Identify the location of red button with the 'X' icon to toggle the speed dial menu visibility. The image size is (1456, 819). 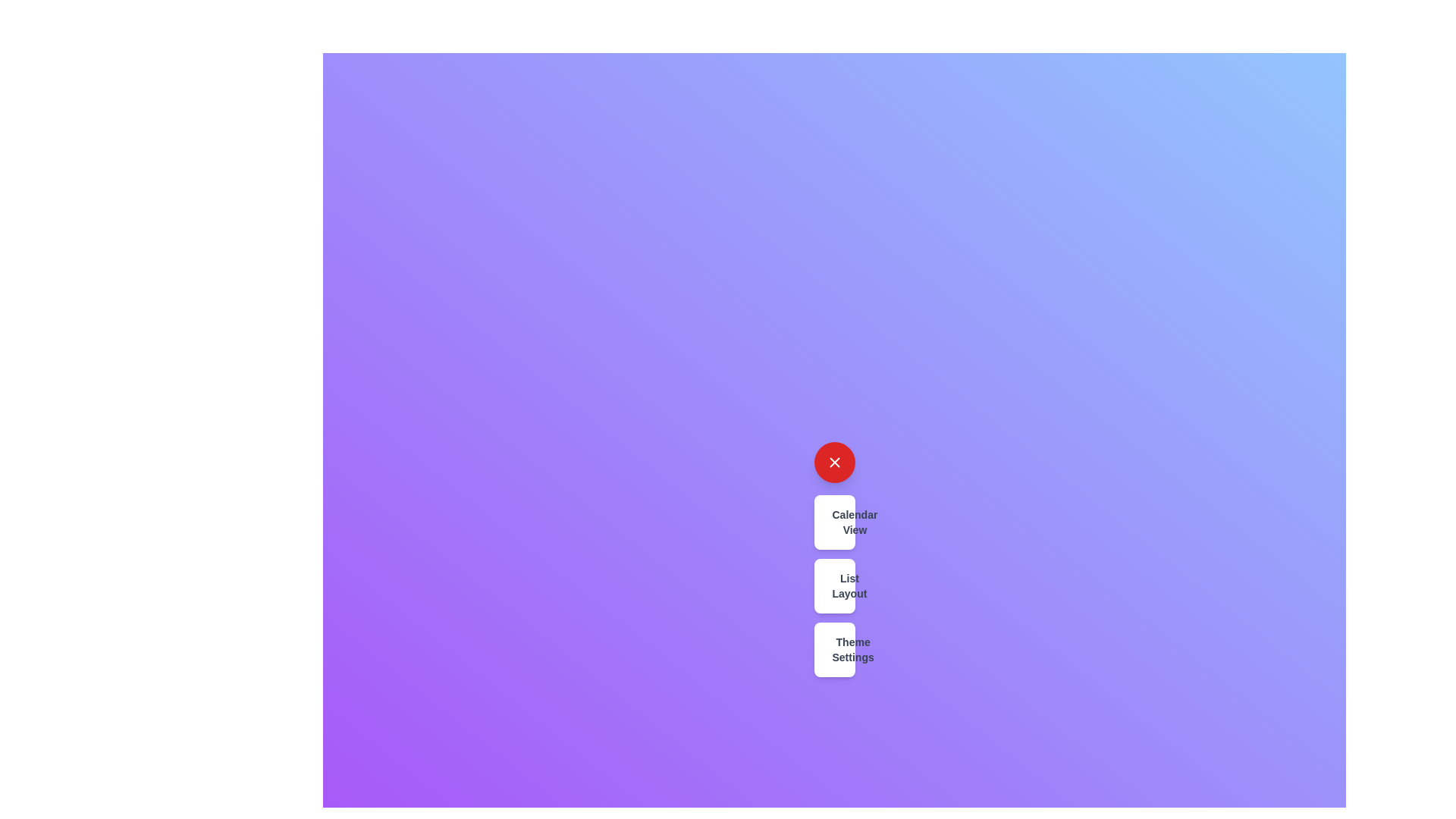
(833, 461).